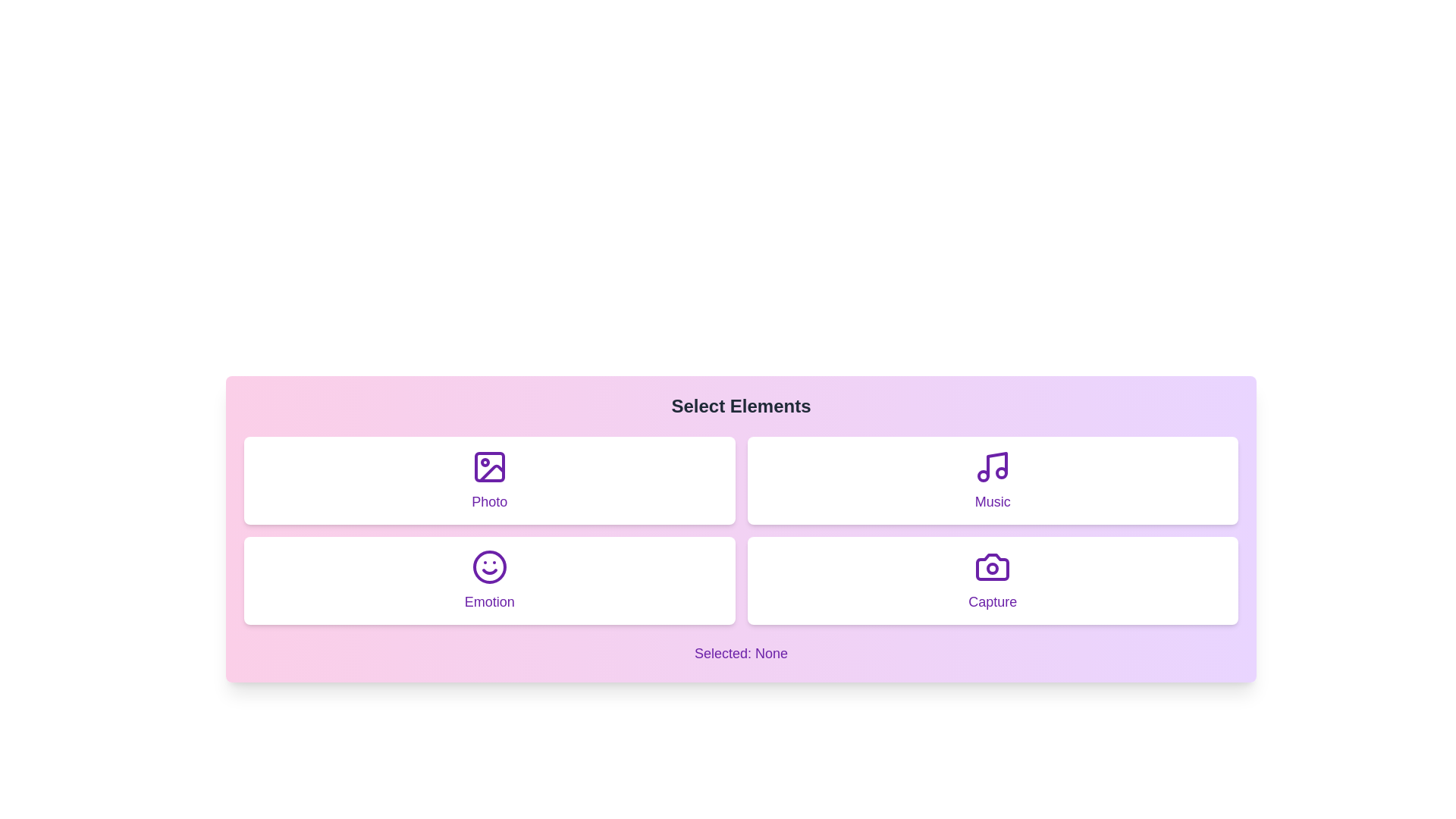  Describe the element at coordinates (993, 480) in the screenshot. I see `the element Music by clicking on its corresponding button` at that location.